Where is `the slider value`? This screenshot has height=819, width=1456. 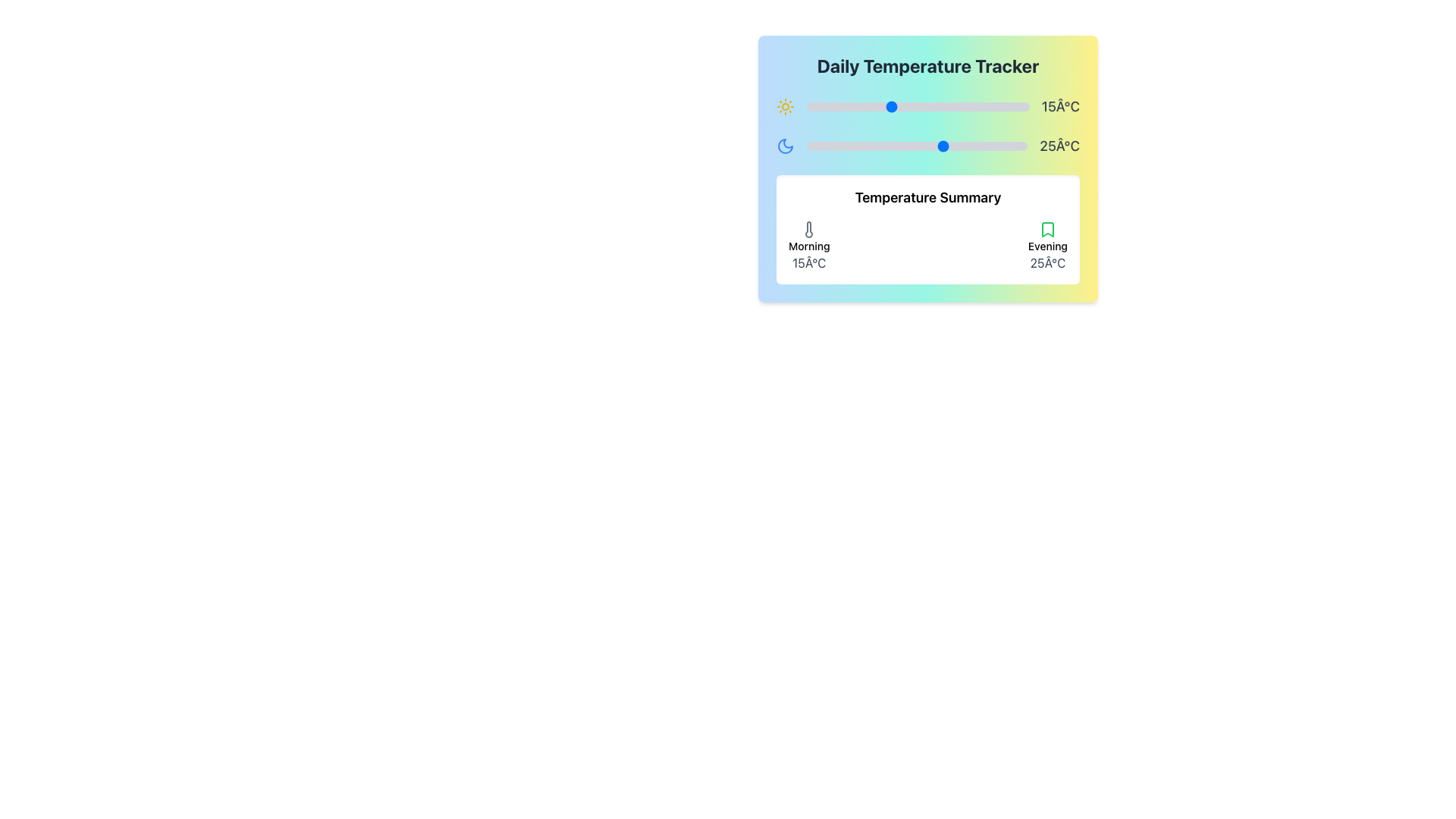
the slider value is located at coordinates (983, 146).